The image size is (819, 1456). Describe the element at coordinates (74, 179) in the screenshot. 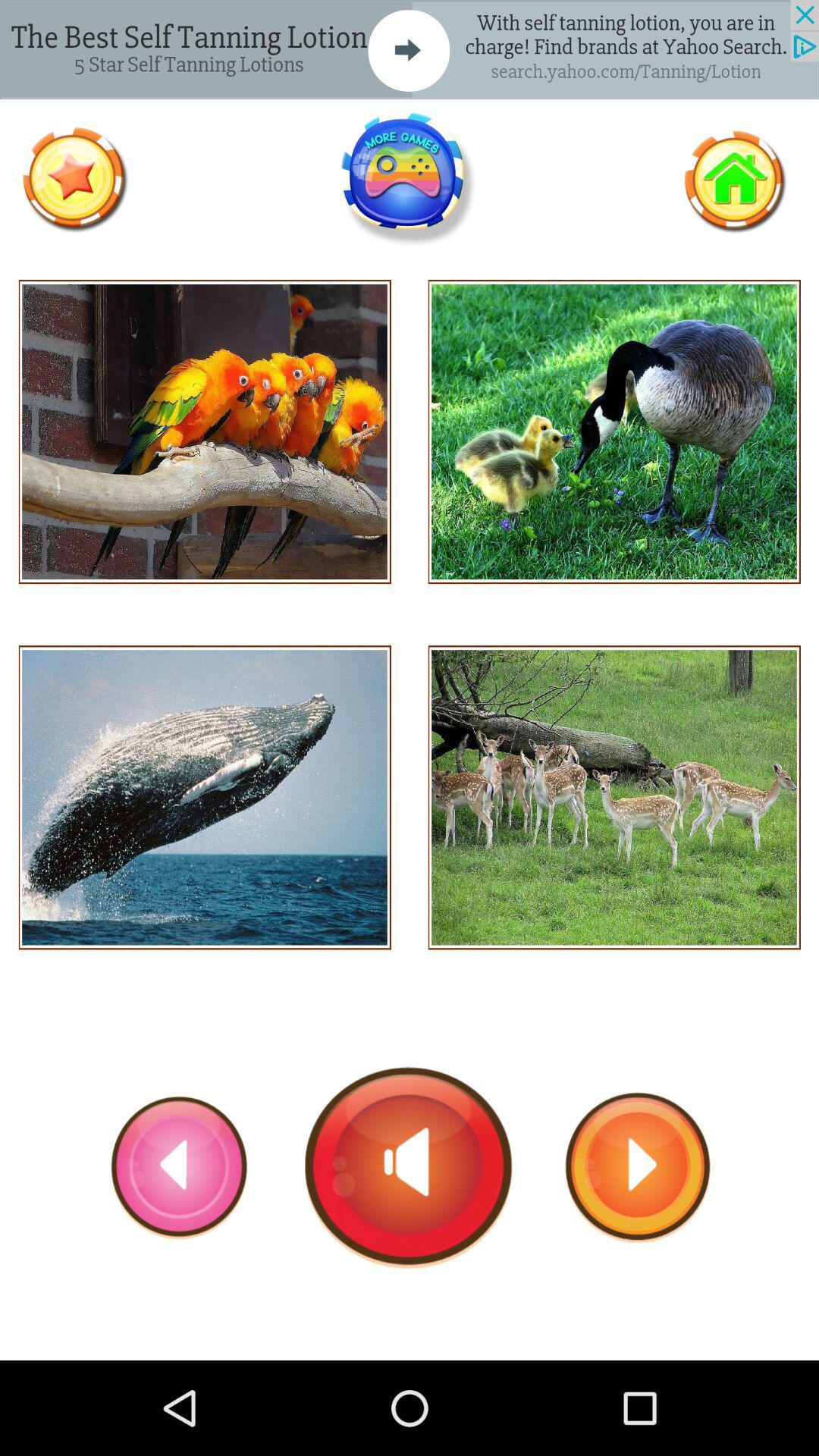

I see `like page` at that location.